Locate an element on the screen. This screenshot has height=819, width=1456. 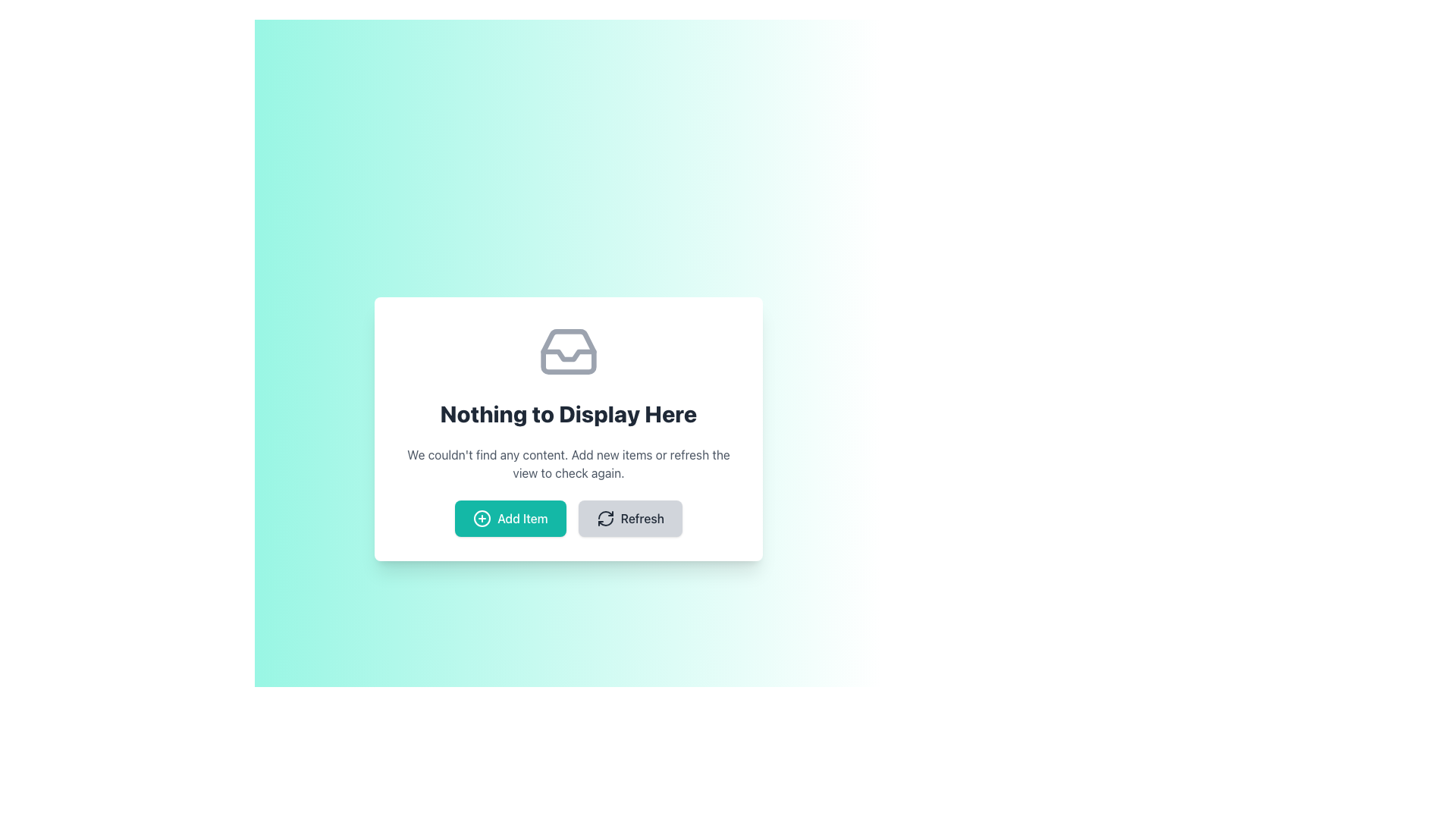
the icon located within the 'Add Item' button is located at coordinates (482, 517).